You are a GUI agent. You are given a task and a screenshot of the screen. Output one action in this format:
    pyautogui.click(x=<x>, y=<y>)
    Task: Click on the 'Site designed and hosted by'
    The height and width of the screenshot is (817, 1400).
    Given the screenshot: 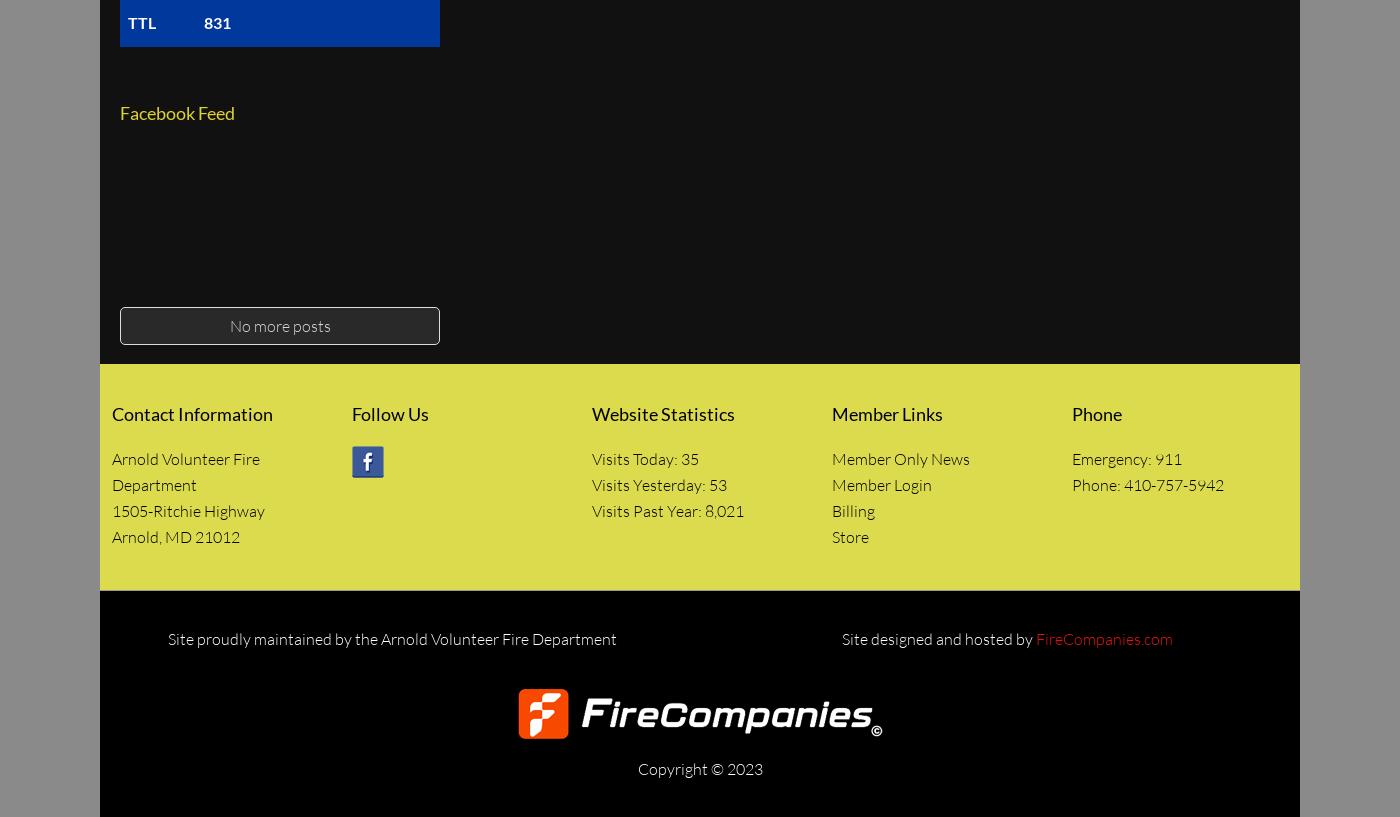 What is the action you would take?
    pyautogui.click(x=841, y=637)
    